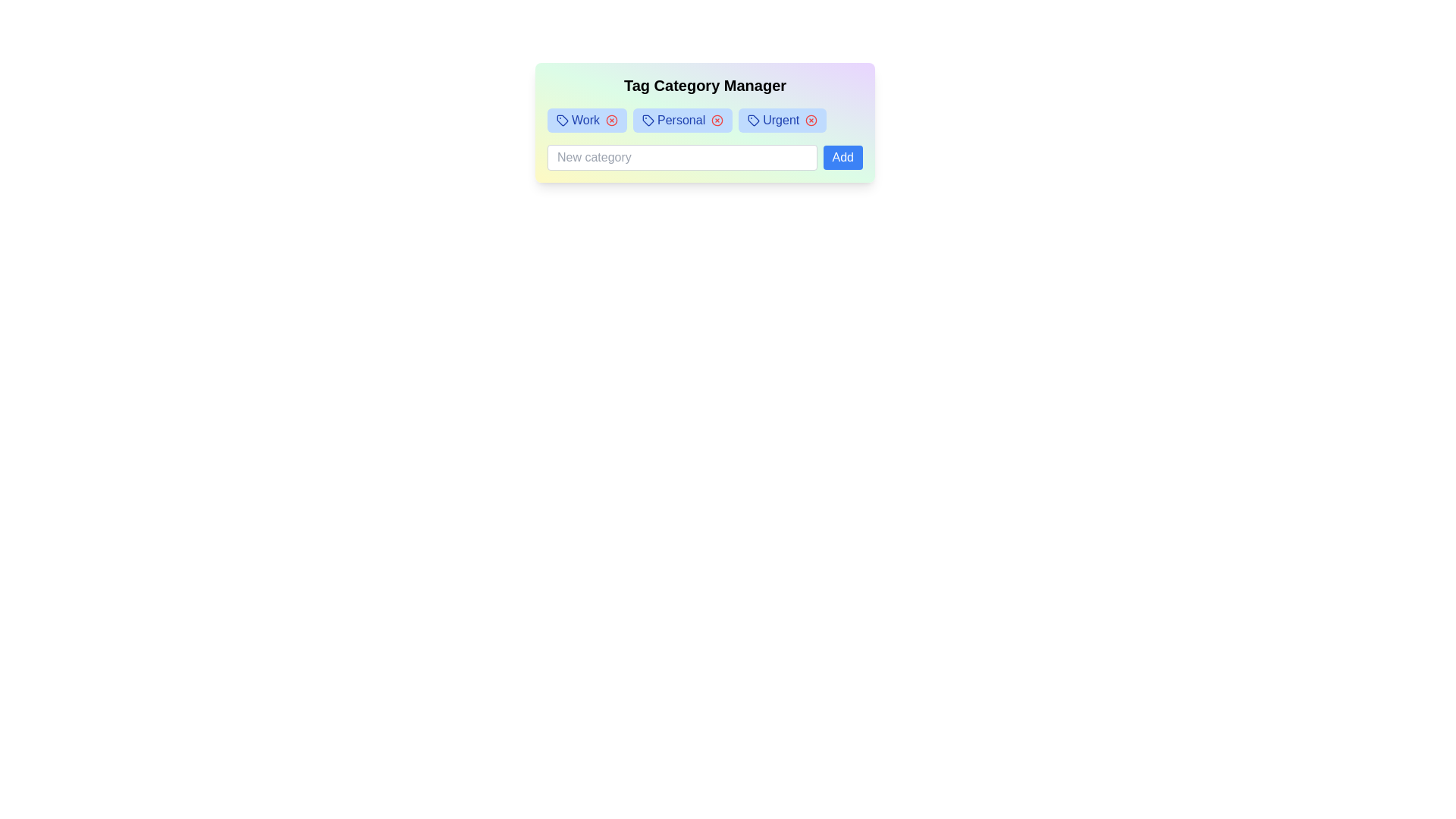  What do you see at coordinates (717, 119) in the screenshot?
I see `the deletion button associated with the 'Personal' tag` at bounding box center [717, 119].